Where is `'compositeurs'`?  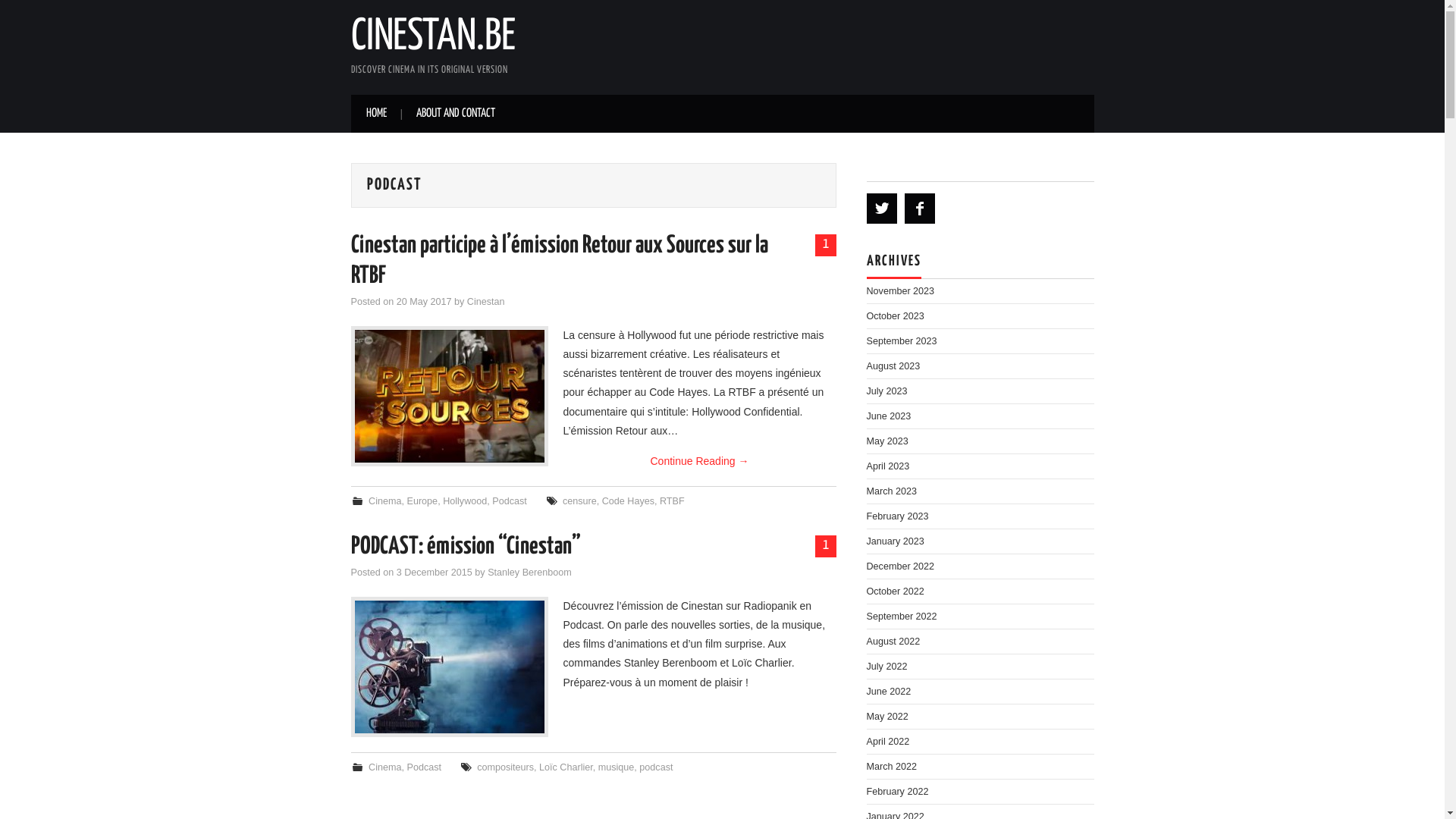
'compositeurs' is located at coordinates (505, 767).